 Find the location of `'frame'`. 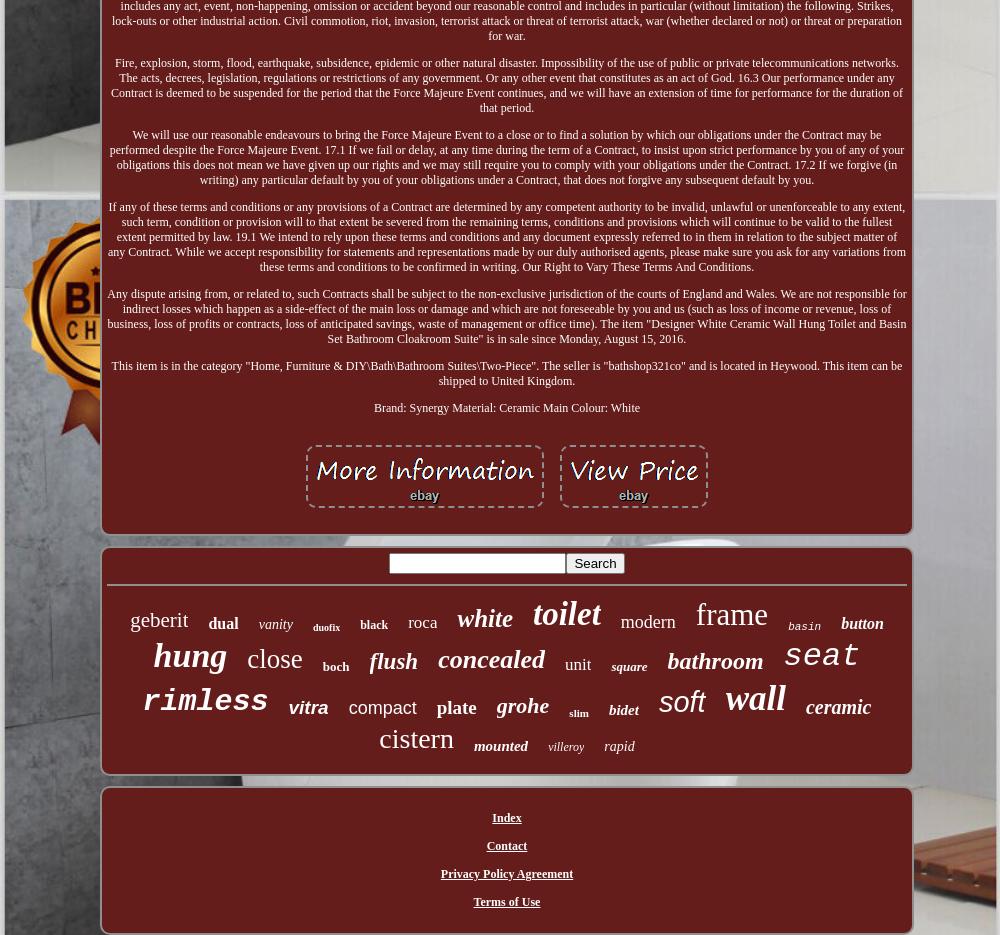

'frame' is located at coordinates (730, 612).